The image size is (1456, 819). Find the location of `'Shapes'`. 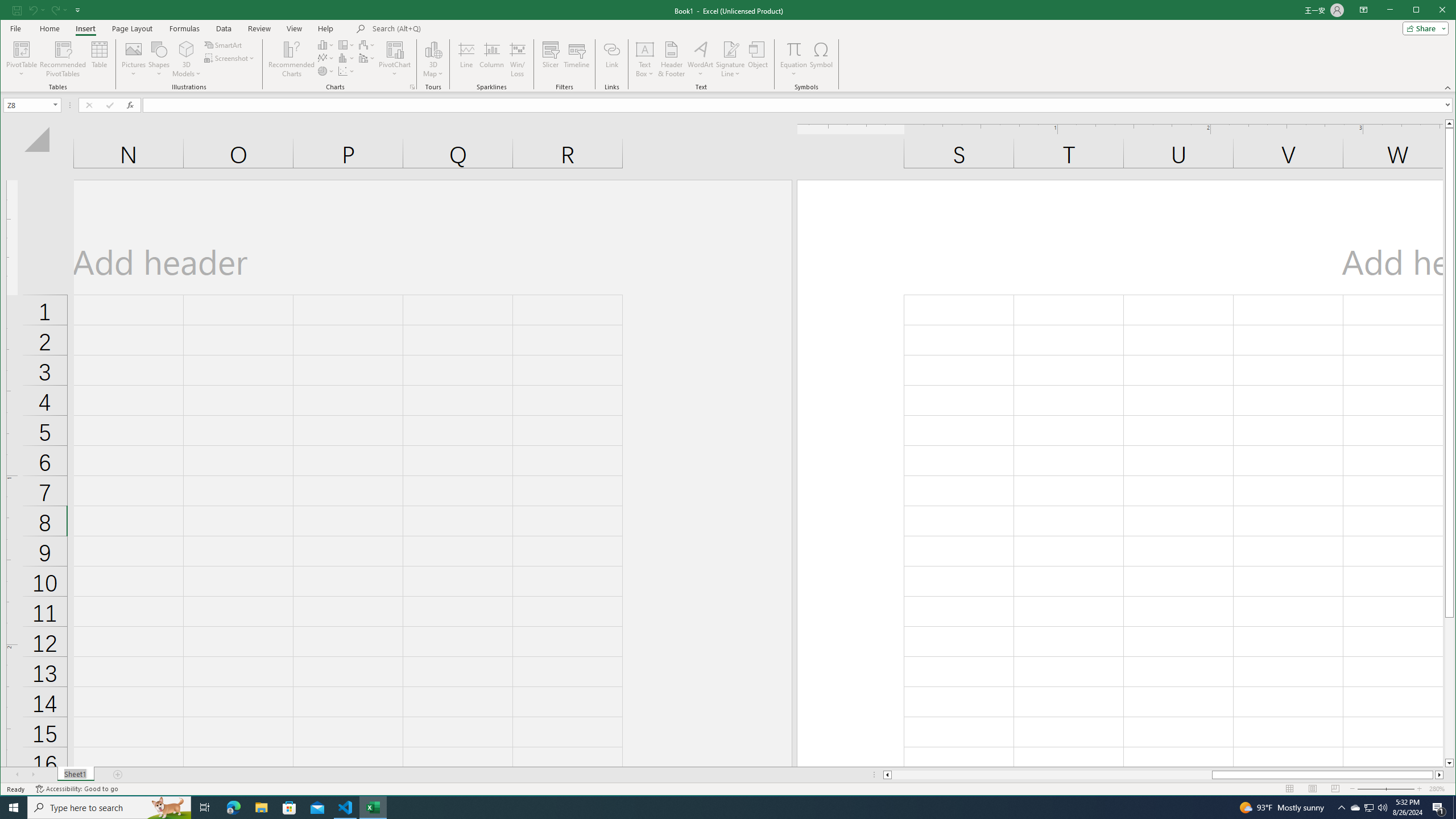

'Shapes' is located at coordinates (186, 59).